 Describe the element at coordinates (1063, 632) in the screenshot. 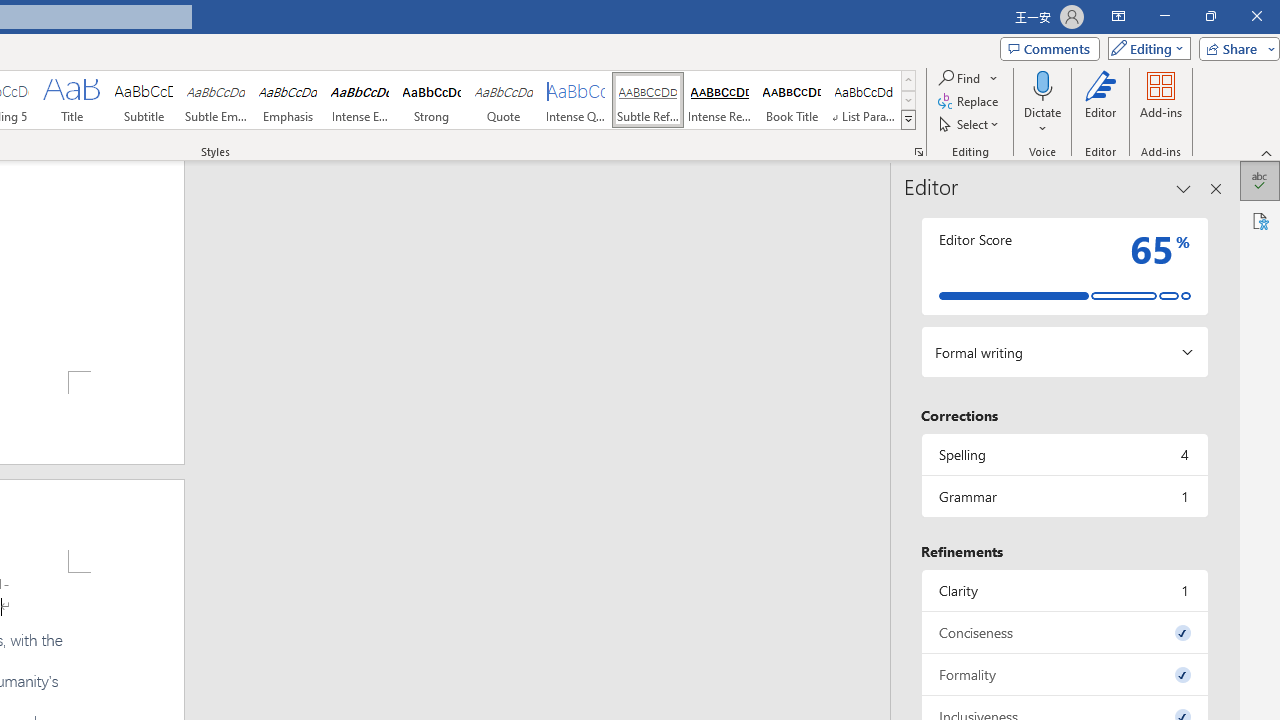

I see `'Conciseness, 0 issues. Press space or enter to review items.'` at that location.